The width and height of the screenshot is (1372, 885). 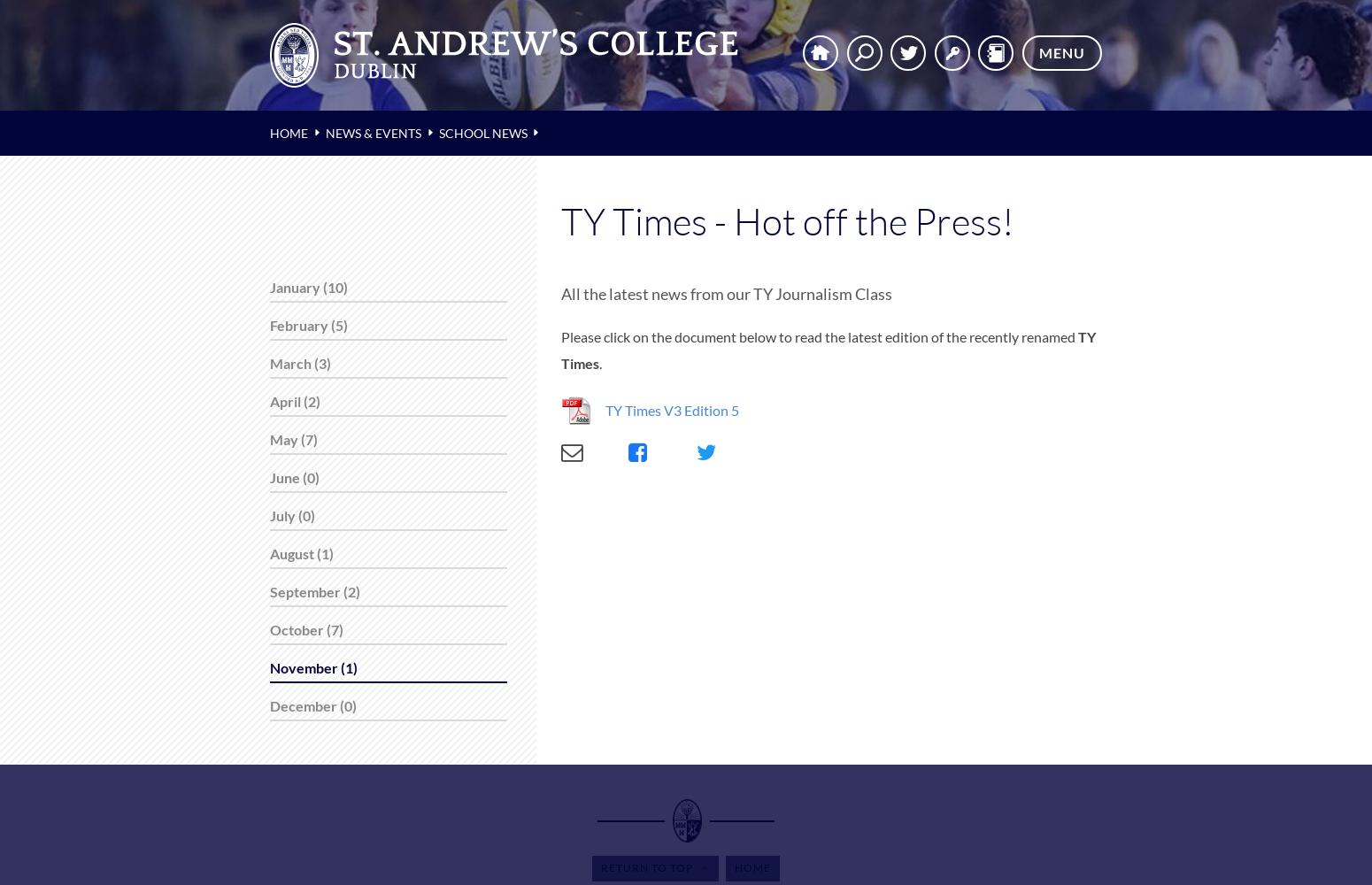 What do you see at coordinates (34, 148) in the screenshot?
I see `'Gallery'` at bounding box center [34, 148].